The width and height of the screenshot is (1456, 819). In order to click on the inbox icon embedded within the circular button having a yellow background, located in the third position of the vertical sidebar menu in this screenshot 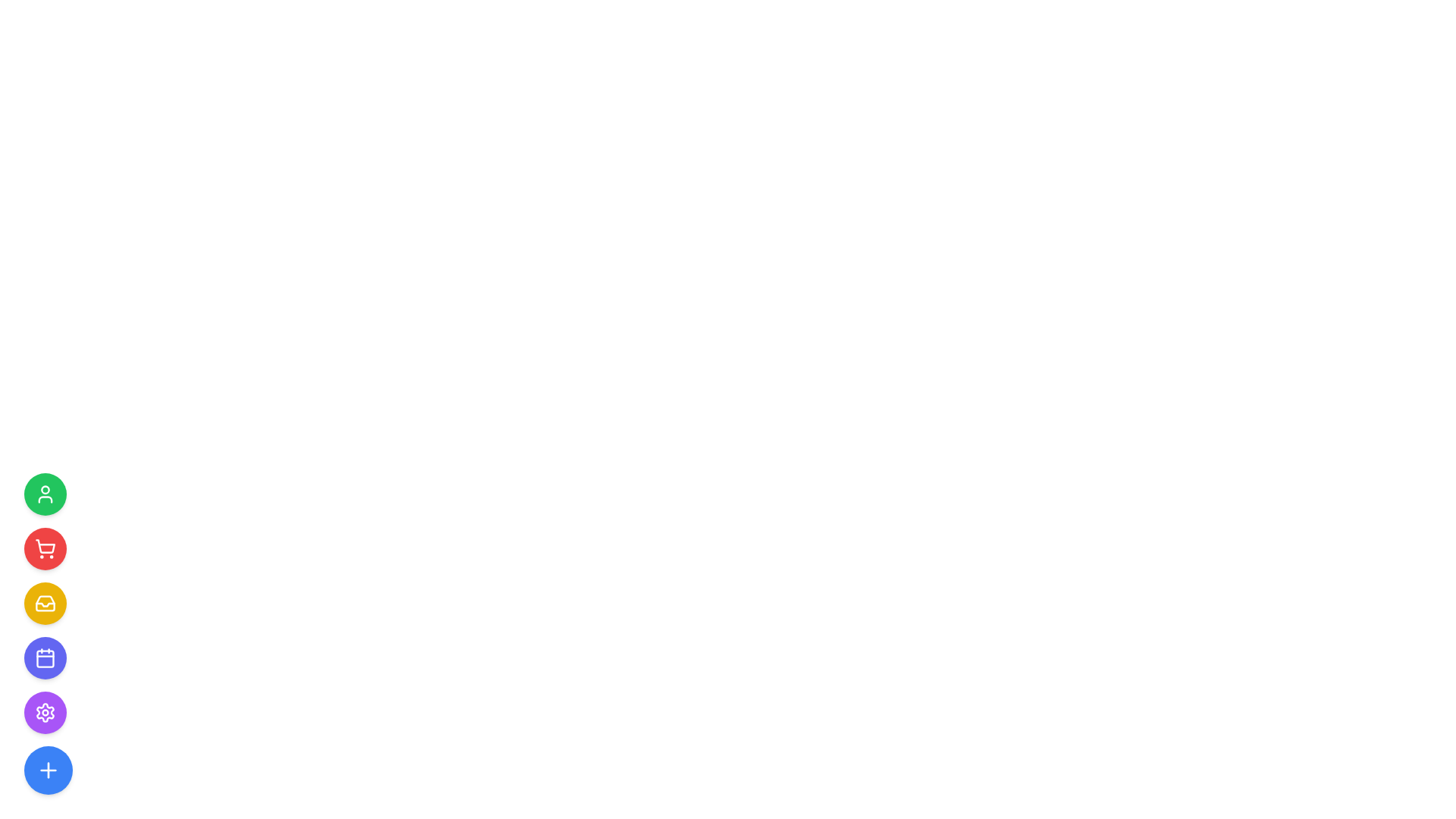, I will do `click(44, 602)`.